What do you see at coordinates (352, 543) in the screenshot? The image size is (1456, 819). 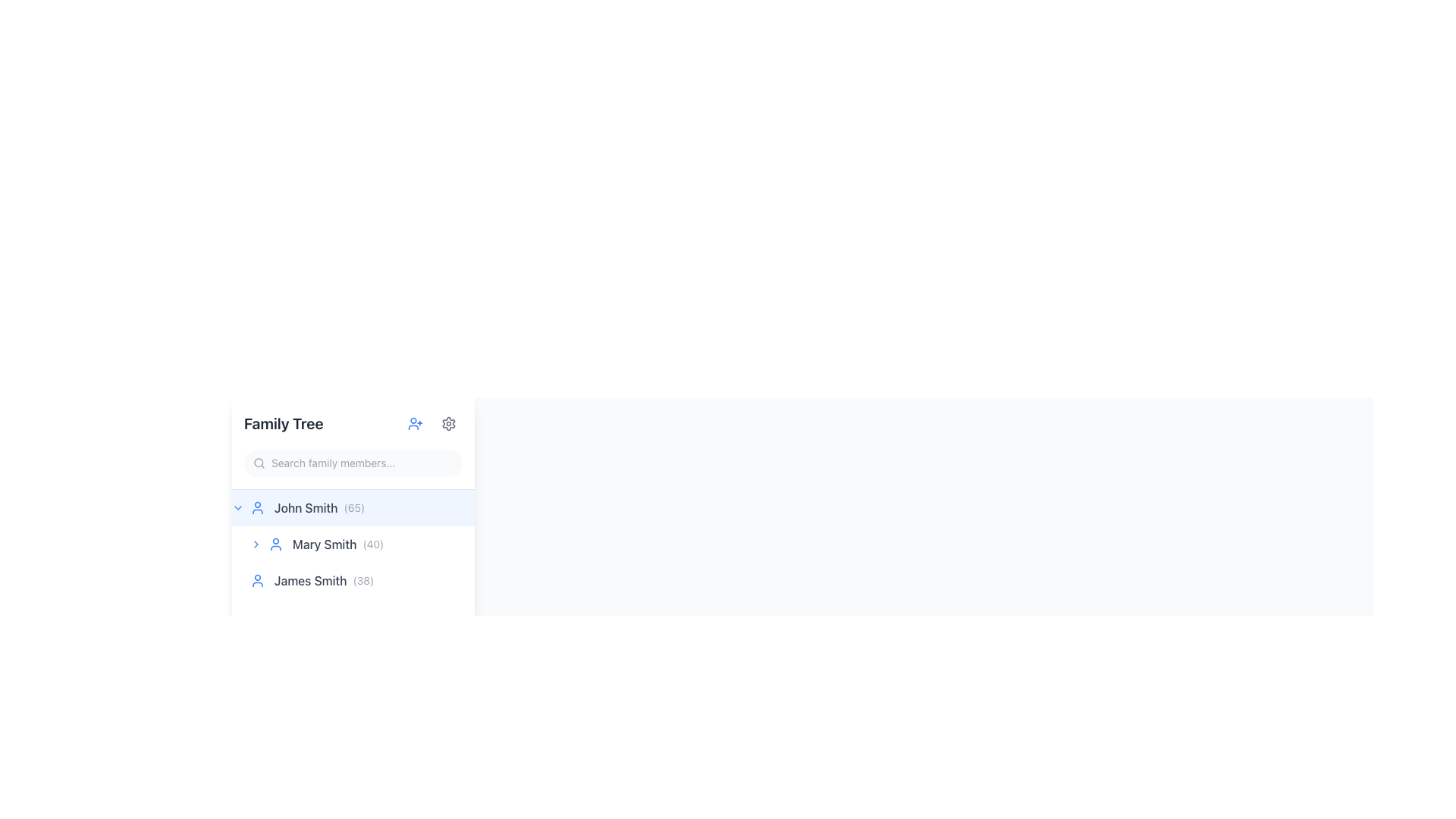 I see `the arrow of the Interactive list entry for 'Mary Smith'` at bounding box center [352, 543].